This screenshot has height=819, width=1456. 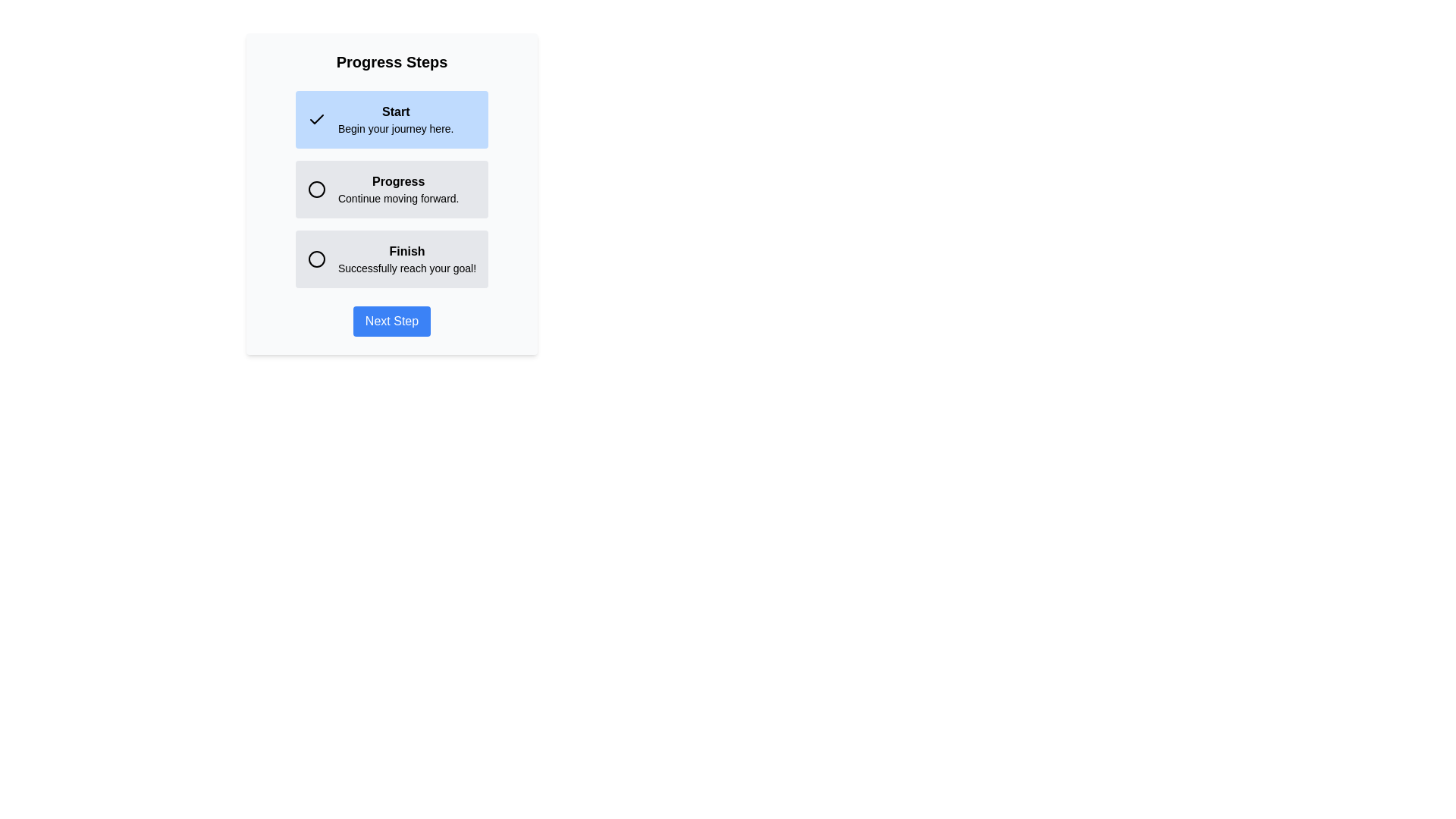 What do you see at coordinates (398, 189) in the screenshot?
I see `the text block containing the bolded title 'Progress' and the descriptive text 'Continue moving forward.', which is the second step in a vertically arranged list within a progress tracker` at bounding box center [398, 189].